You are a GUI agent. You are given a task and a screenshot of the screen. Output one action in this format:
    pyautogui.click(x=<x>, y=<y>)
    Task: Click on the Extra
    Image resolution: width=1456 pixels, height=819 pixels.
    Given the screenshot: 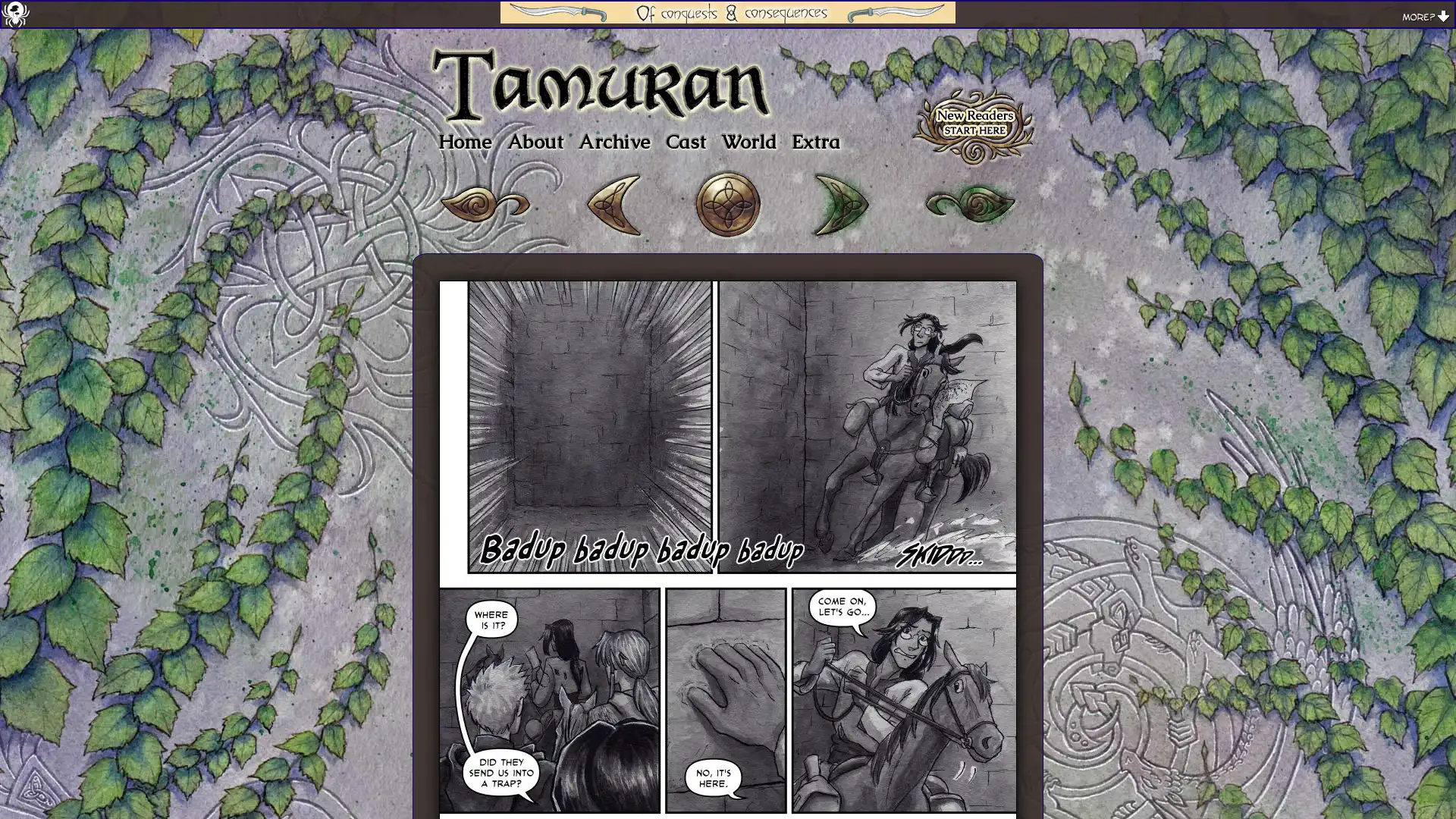 What is the action you would take?
    pyautogui.click(x=814, y=143)
    